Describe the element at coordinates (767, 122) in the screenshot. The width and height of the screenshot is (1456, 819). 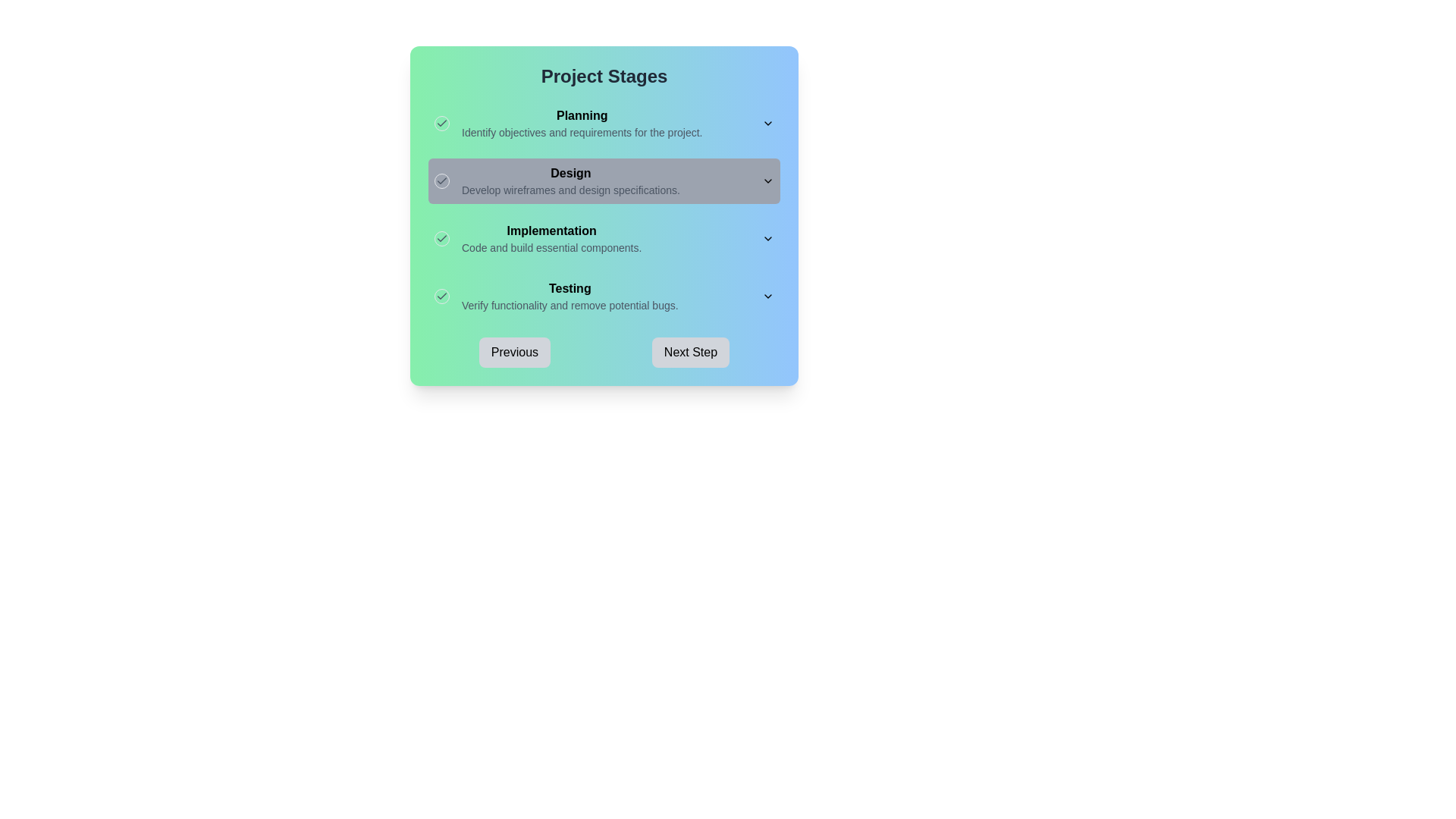
I see `the downward-pointing chevron icon next to the 'Planning' section` at that location.